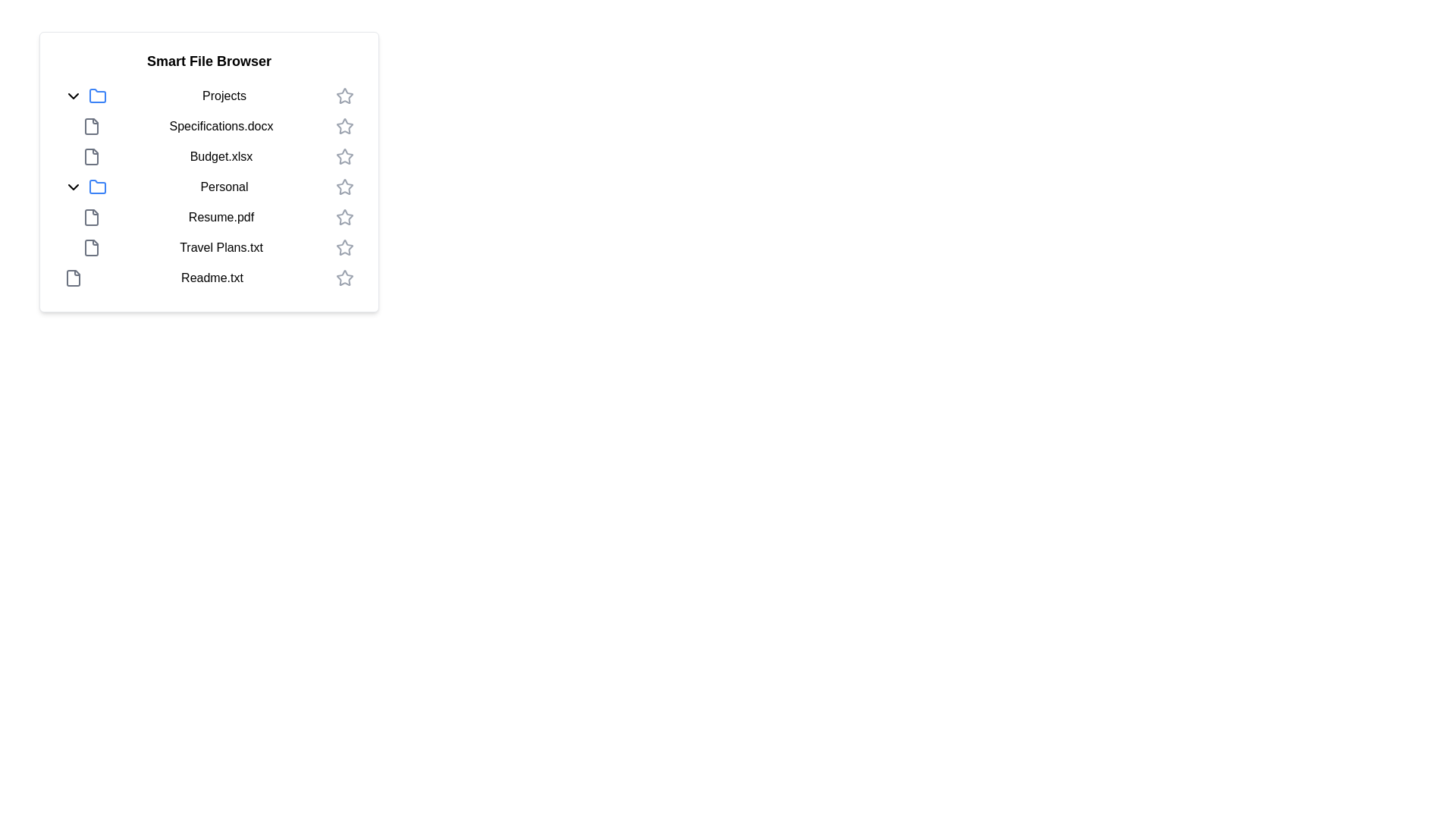 This screenshot has height=819, width=1456. Describe the element at coordinates (90, 125) in the screenshot. I see `the graphical icon representing the file item labeled 'Specifications.docx' in the file explorer` at that location.